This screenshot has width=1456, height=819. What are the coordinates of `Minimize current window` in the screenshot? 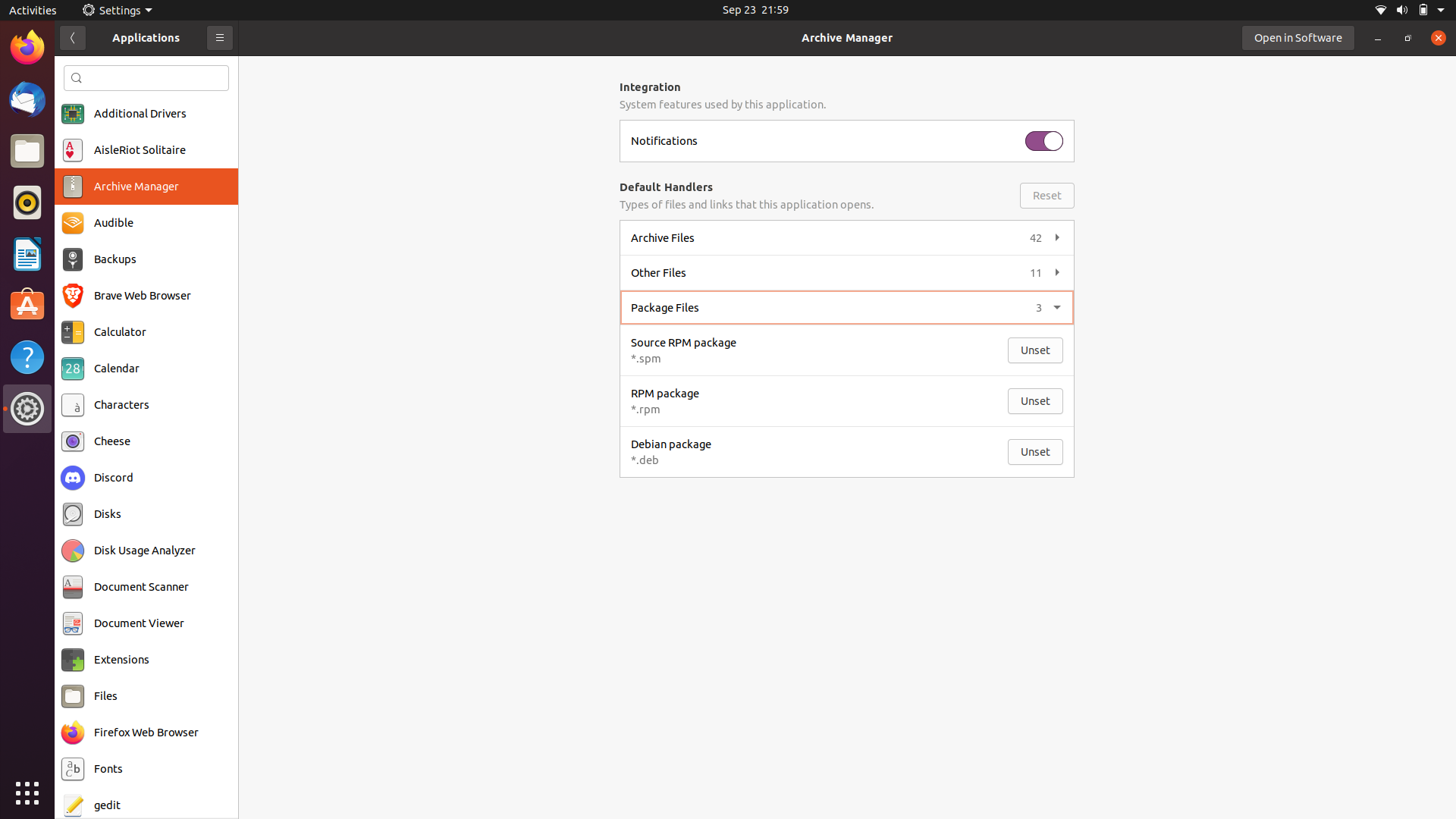 It's located at (1379, 37).